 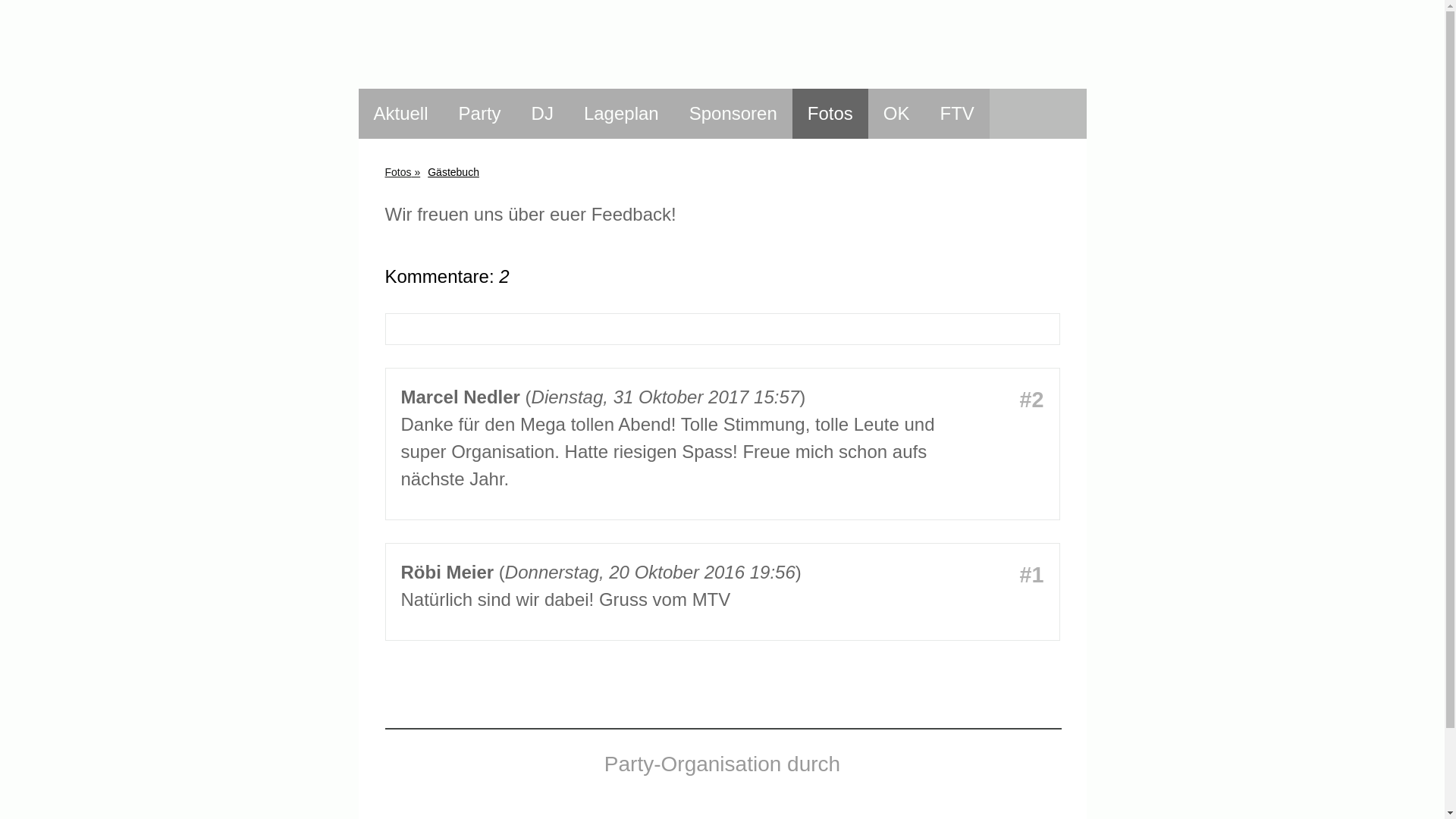 What do you see at coordinates (567, 113) in the screenshot?
I see `'Lageplan'` at bounding box center [567, 113].